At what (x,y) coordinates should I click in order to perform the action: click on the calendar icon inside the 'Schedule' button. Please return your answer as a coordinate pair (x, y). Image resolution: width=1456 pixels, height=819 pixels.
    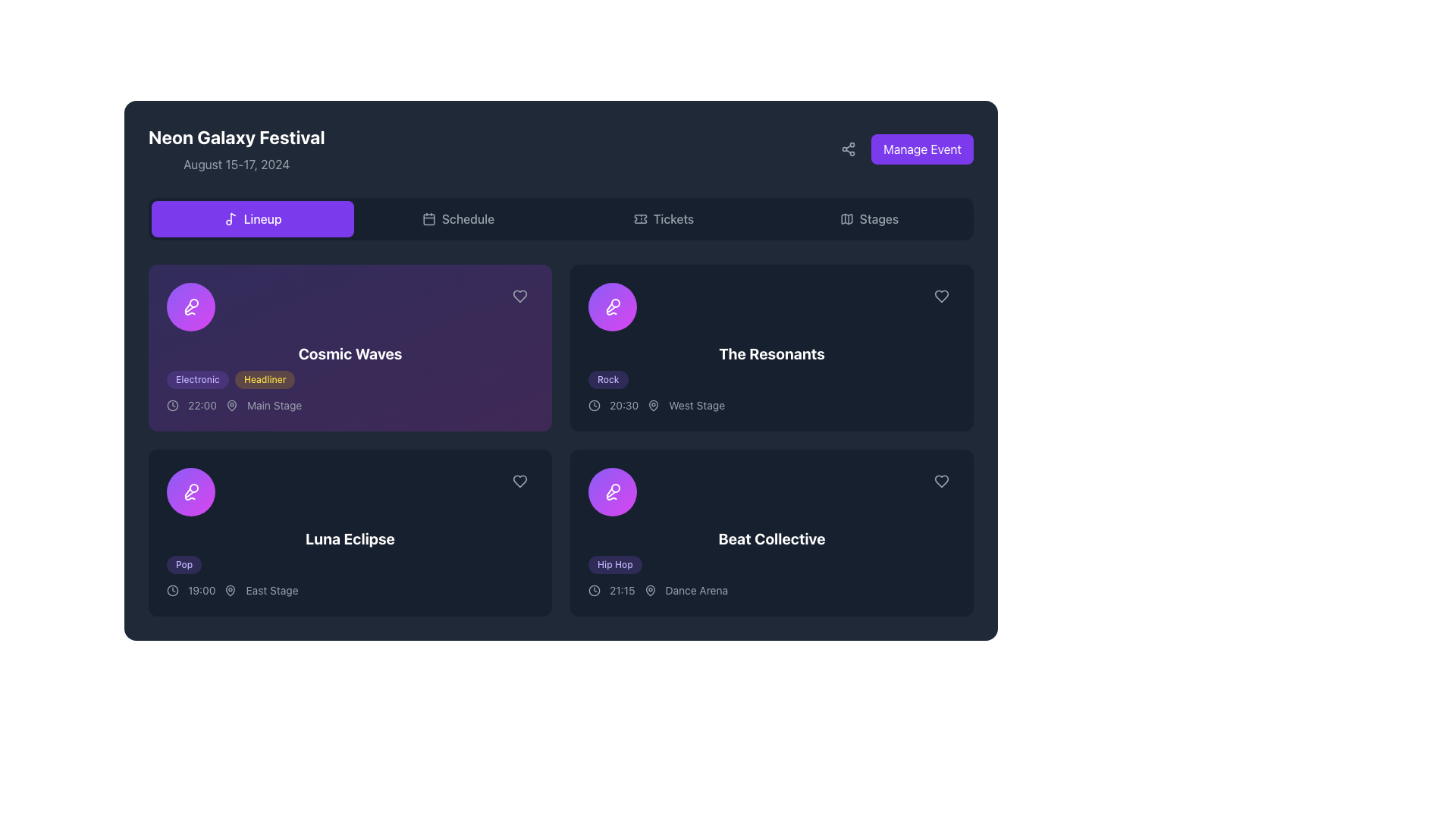
    Looking at the image, I should click on (428, 219).